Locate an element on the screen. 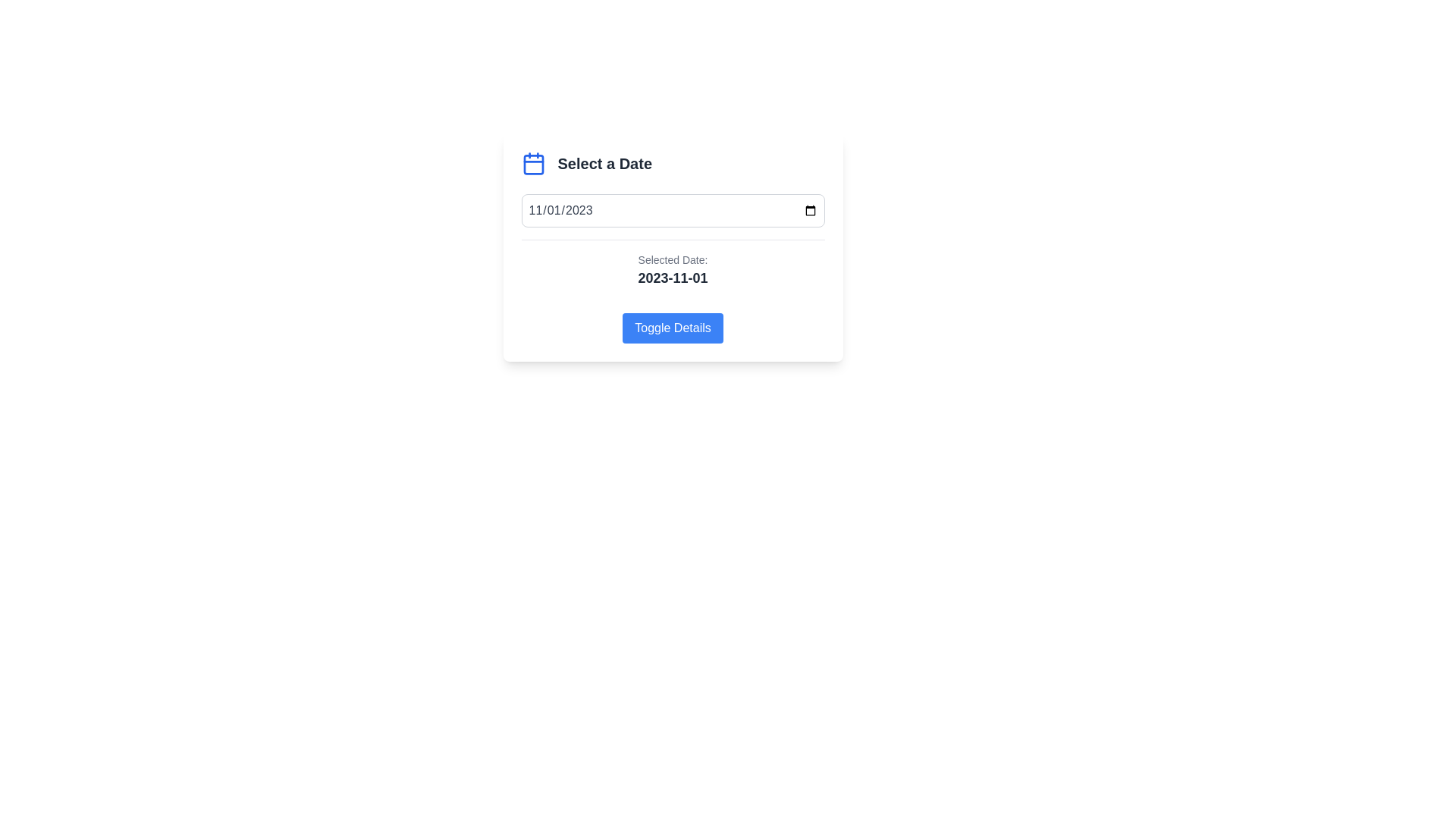  the Static Text Display that shows the selected date, which is styled with a gray border and is located between a date input field and a toggle button labeled 'Toggle Details.' is located at coordinates (672, 269).